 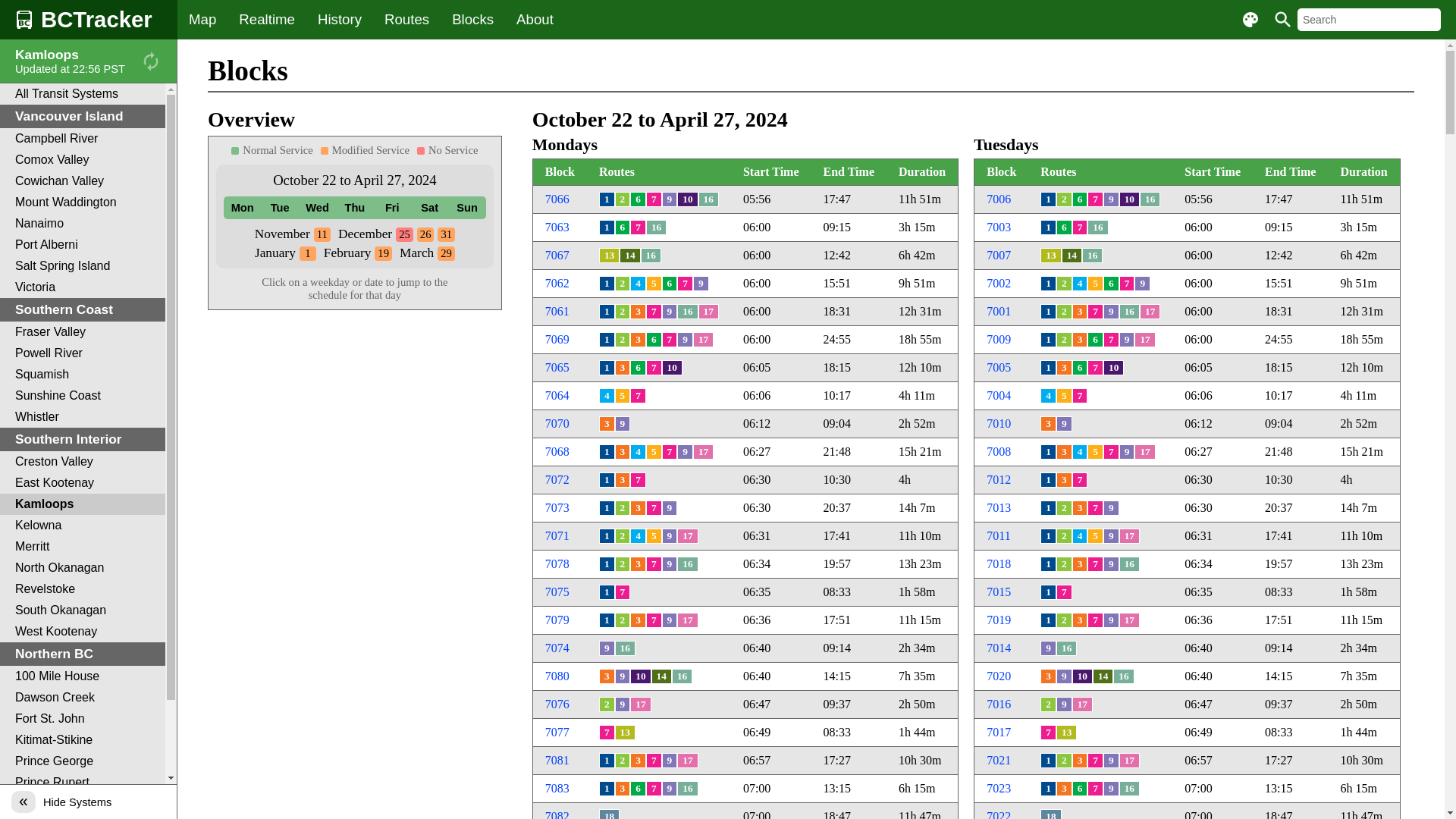 I want to click on 'Powell River', so click(x=82, y=353).